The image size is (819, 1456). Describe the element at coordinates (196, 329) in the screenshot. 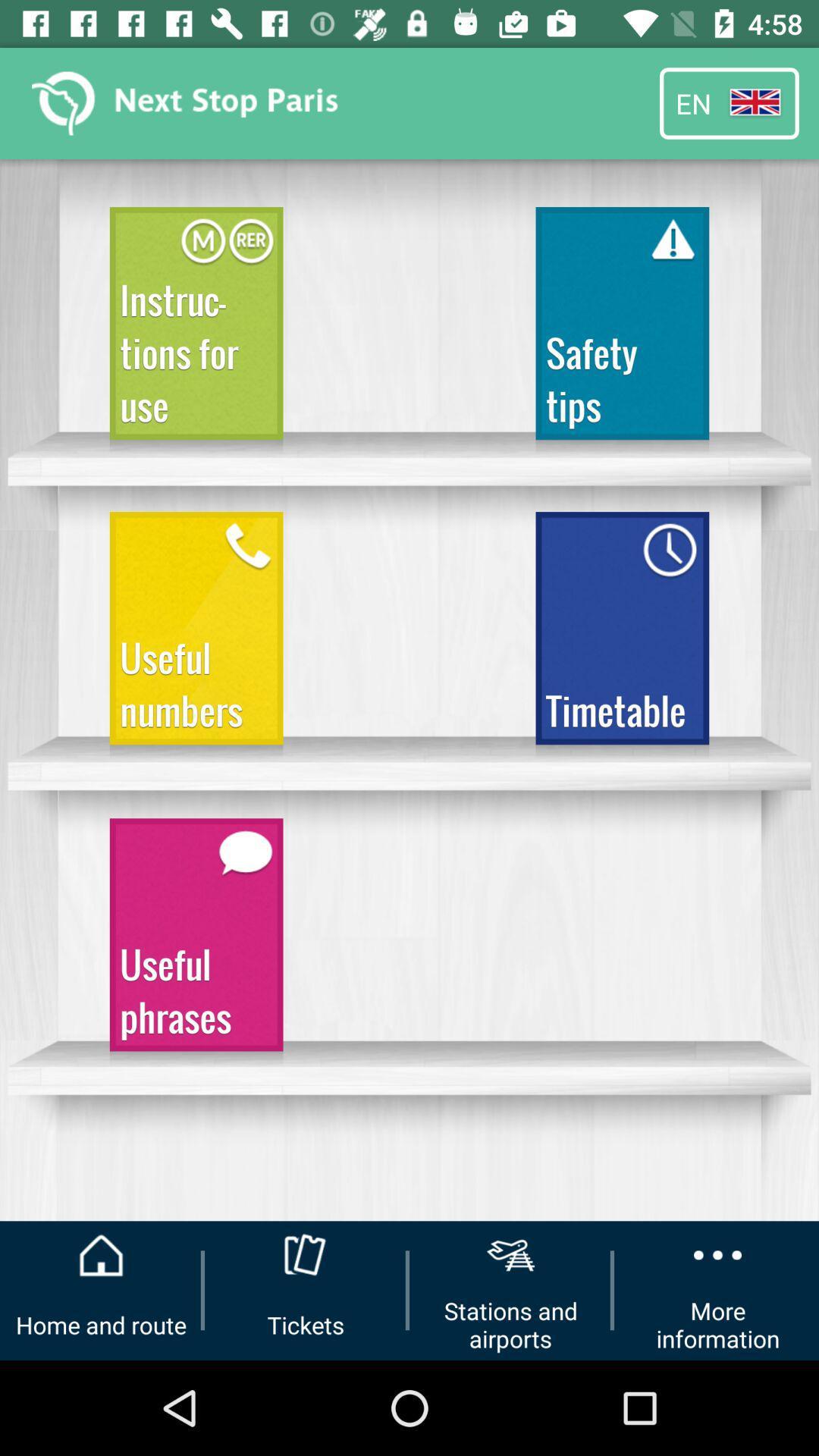

I see `the icon above the useful numbers icon` at that location.